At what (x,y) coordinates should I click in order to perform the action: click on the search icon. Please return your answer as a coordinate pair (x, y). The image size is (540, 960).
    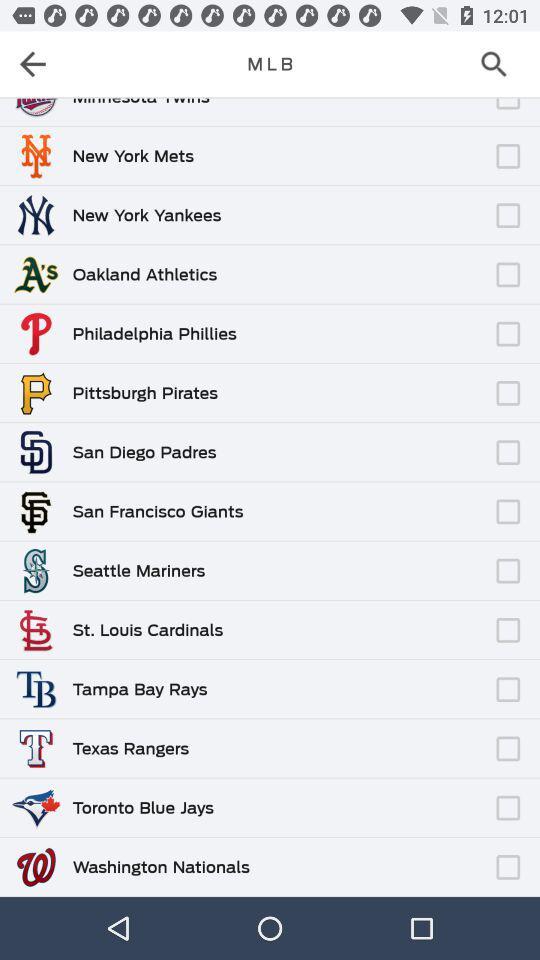
    Looking at the image, I should click on (499, 64).